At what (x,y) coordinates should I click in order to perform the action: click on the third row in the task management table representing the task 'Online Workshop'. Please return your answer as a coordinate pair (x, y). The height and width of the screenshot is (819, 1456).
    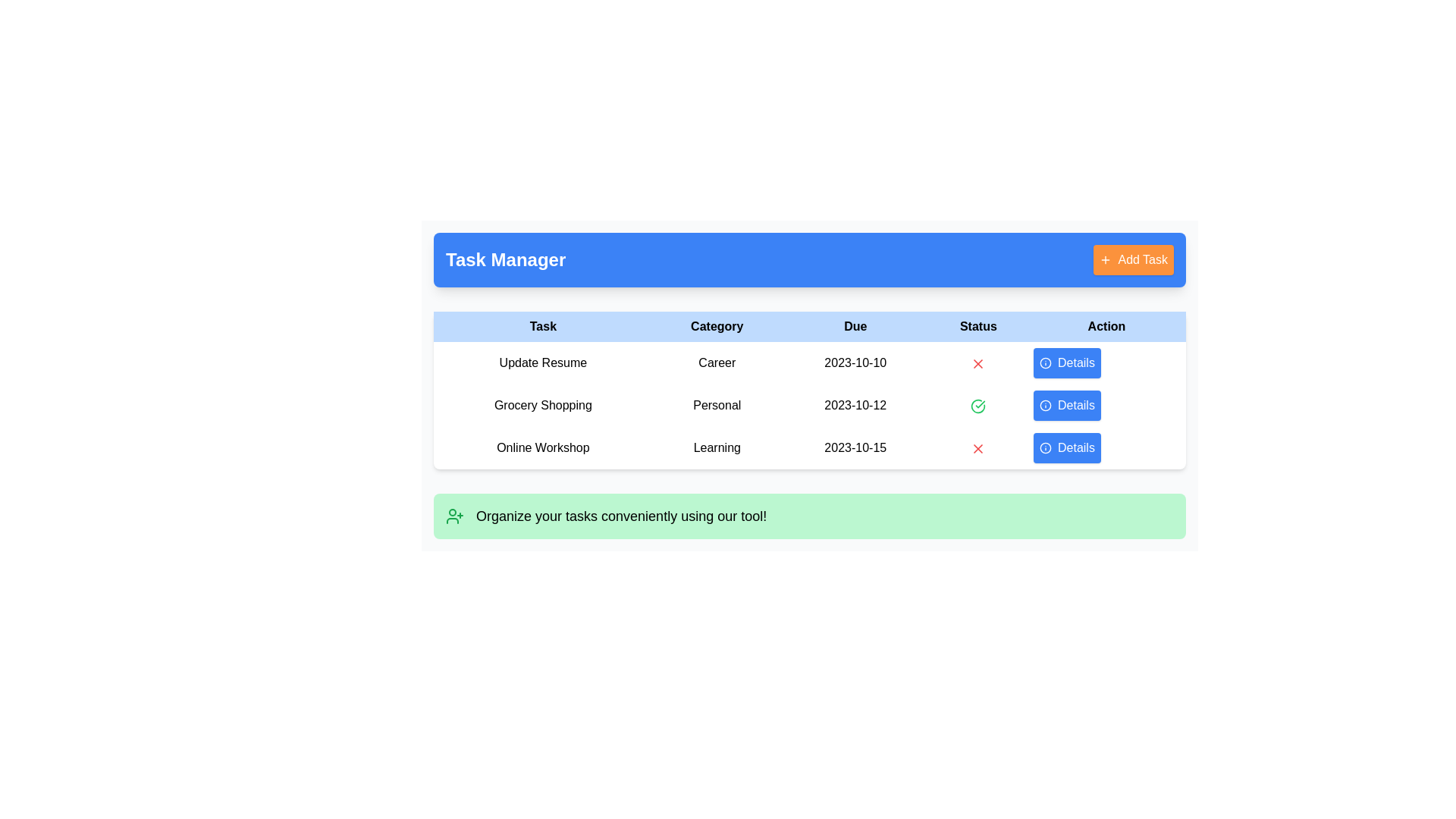
    Looking at the image, I should click on (809, 447).